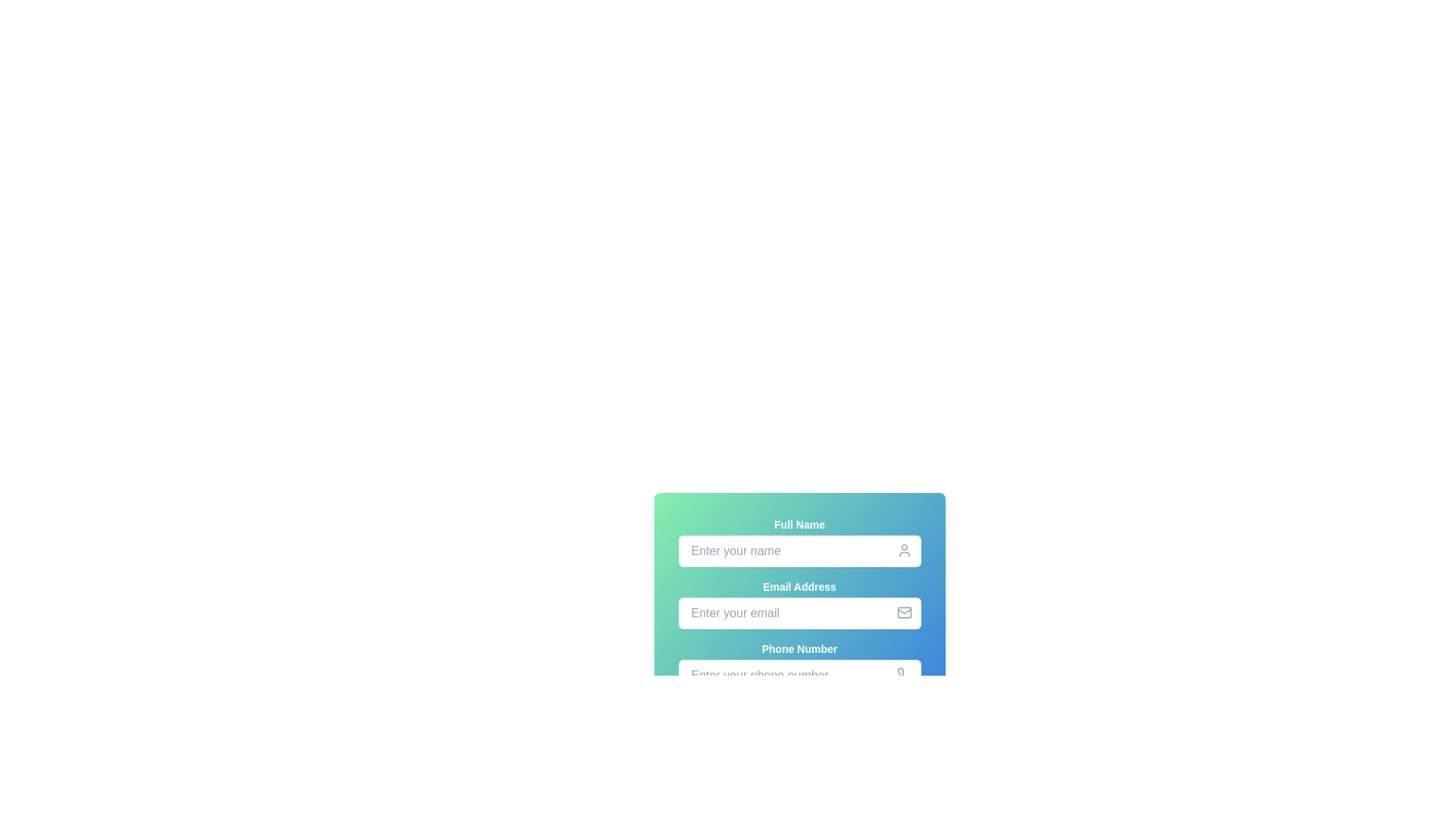  Describe the element at coordinates (904, 673) in the screenshot. I see `the 'Phone Number' input field by clicking on the phone receiver icon located at the bottom-right corner of the input field` at that location.